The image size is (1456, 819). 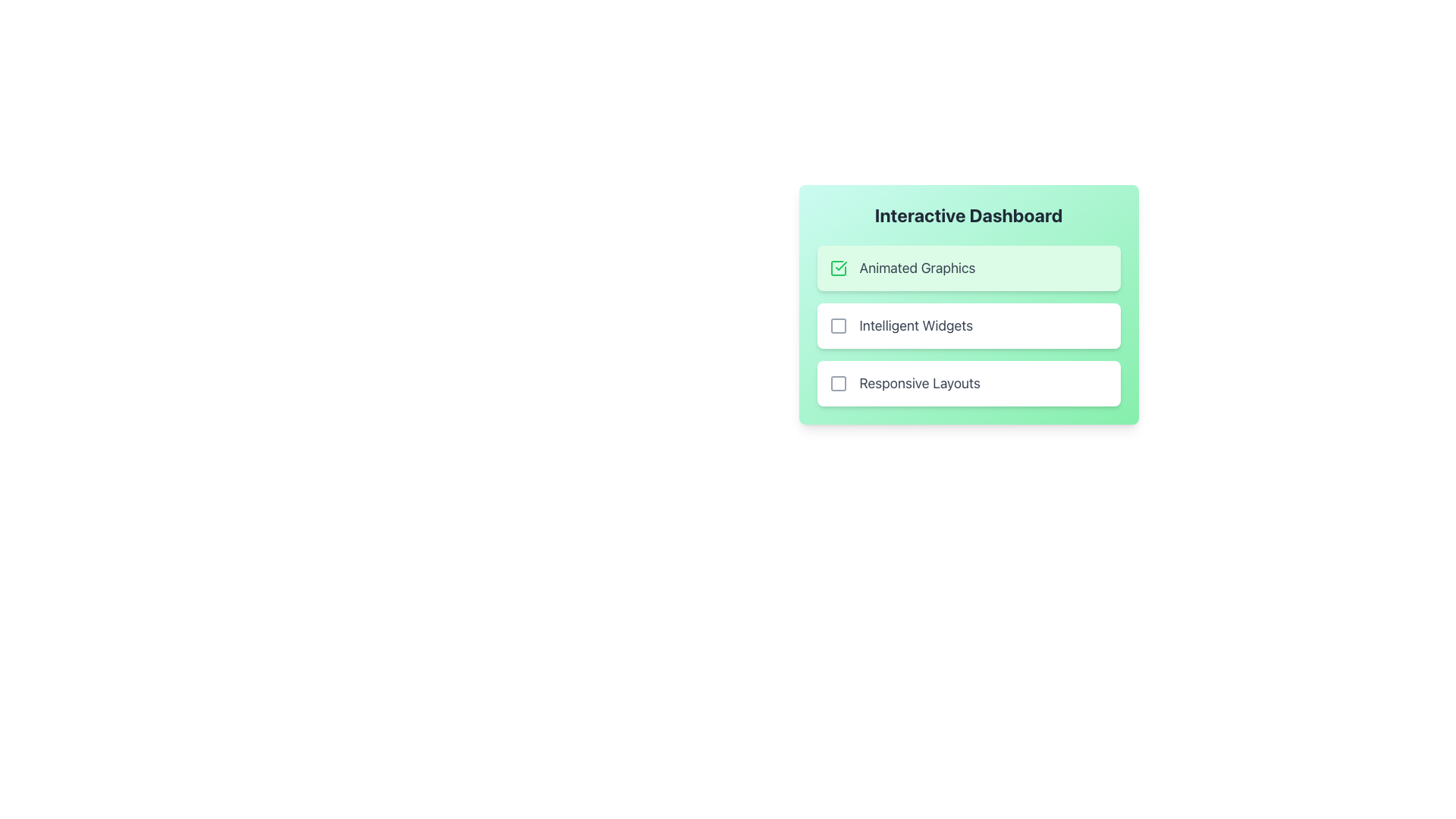 What do you see at coordinates (916, 268) in the screenshot?
I see `the Static Text Label displaying 'Animated Graphics' in a large gray font against a mint green background, which is part of the selectable item in the 'Interactive Dashboard' panel` at bounding box center [916, 268].